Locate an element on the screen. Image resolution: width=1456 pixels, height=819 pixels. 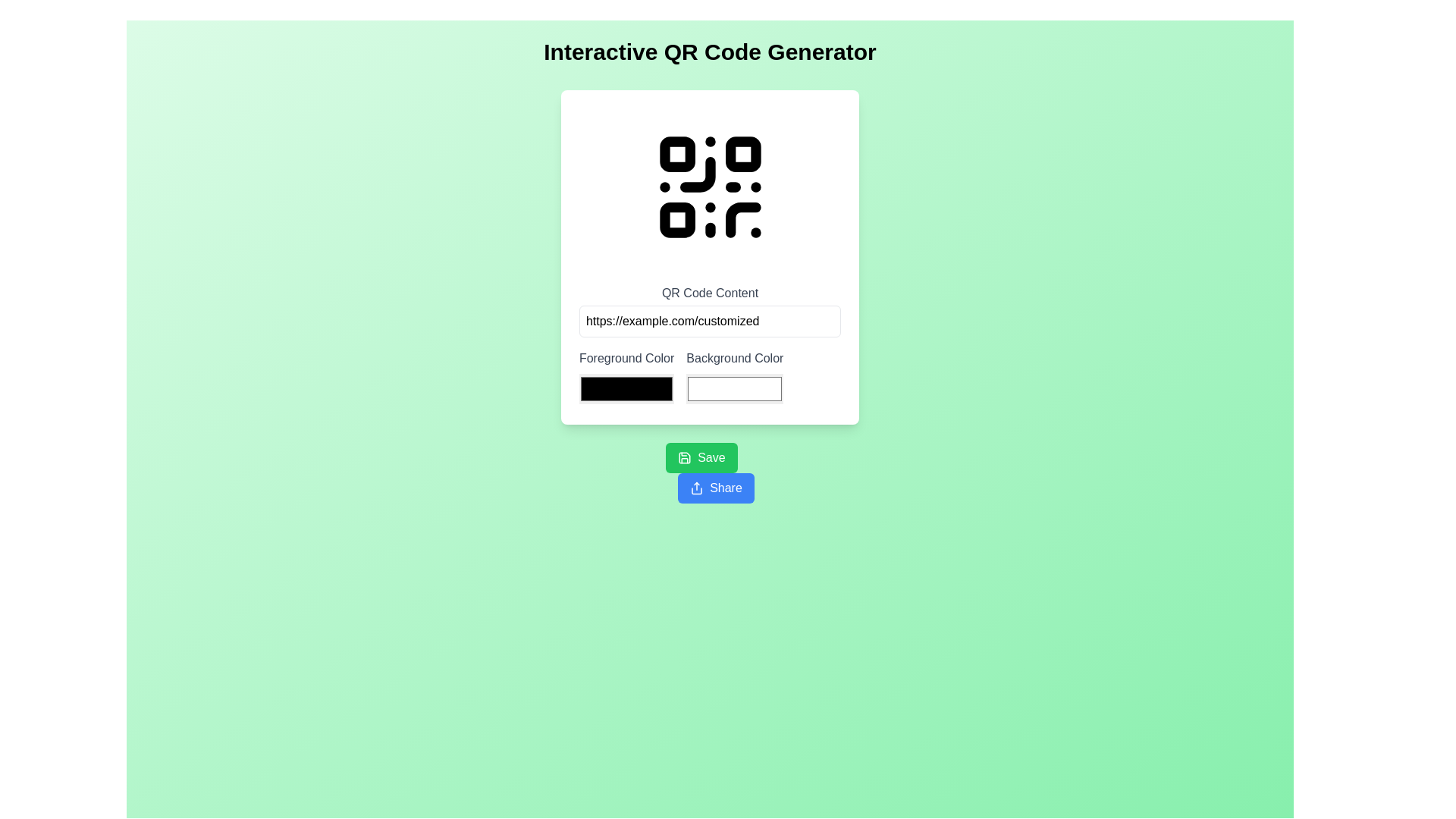
the share button located to the right of the green 'Save' button, which initiates a sharing process for the generated QR code or its associated data is located at coordinates (715, 488).